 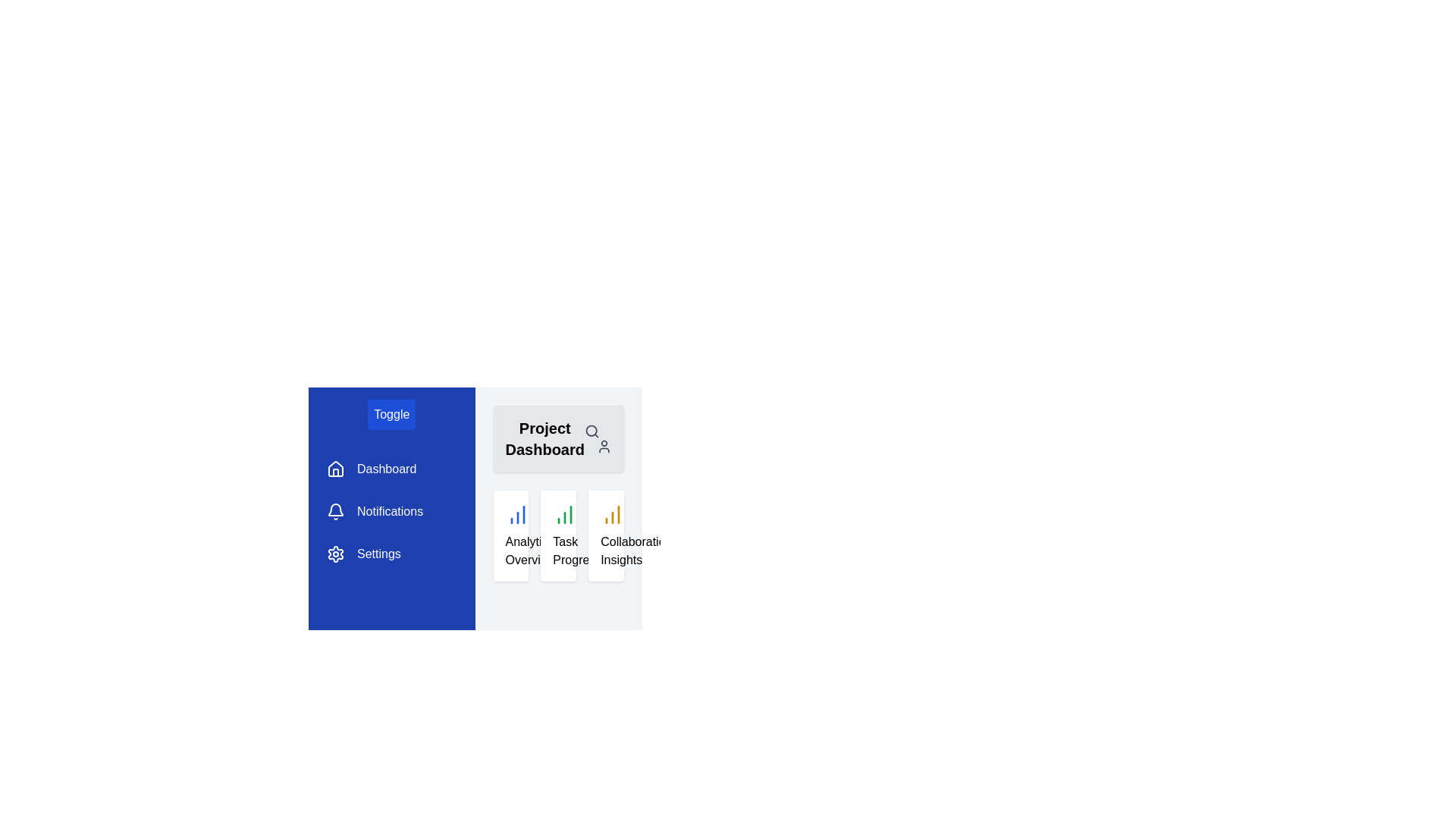 I want to click on the 'Task Progress' icon, which is centrally located in the second card of the horizontal row under the 'Project Dashboard' heading, so click(x=564, y=513).